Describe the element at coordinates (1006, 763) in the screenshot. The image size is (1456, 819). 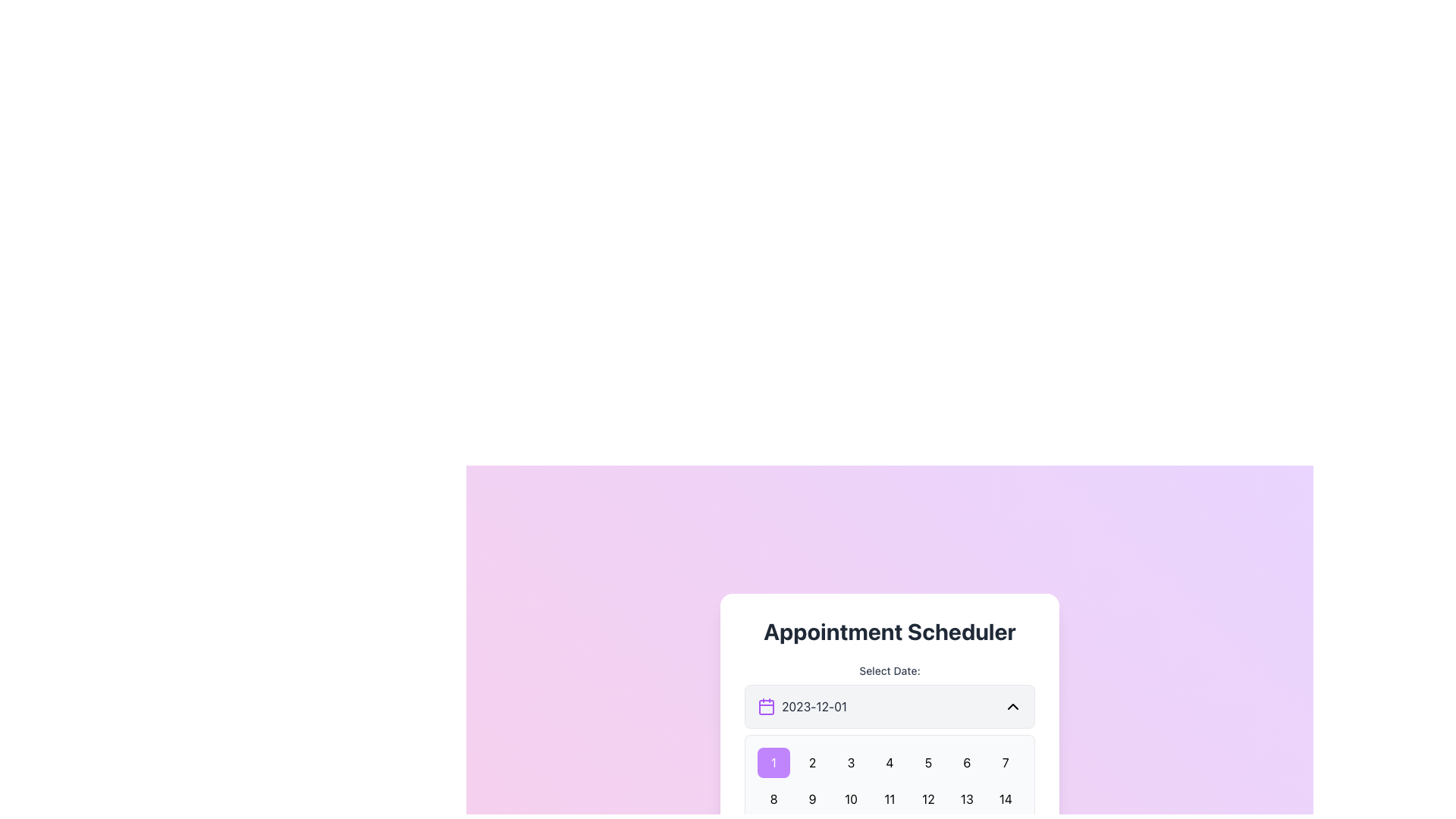
I see `the button labeled '7' in the calendar interface` at that location.